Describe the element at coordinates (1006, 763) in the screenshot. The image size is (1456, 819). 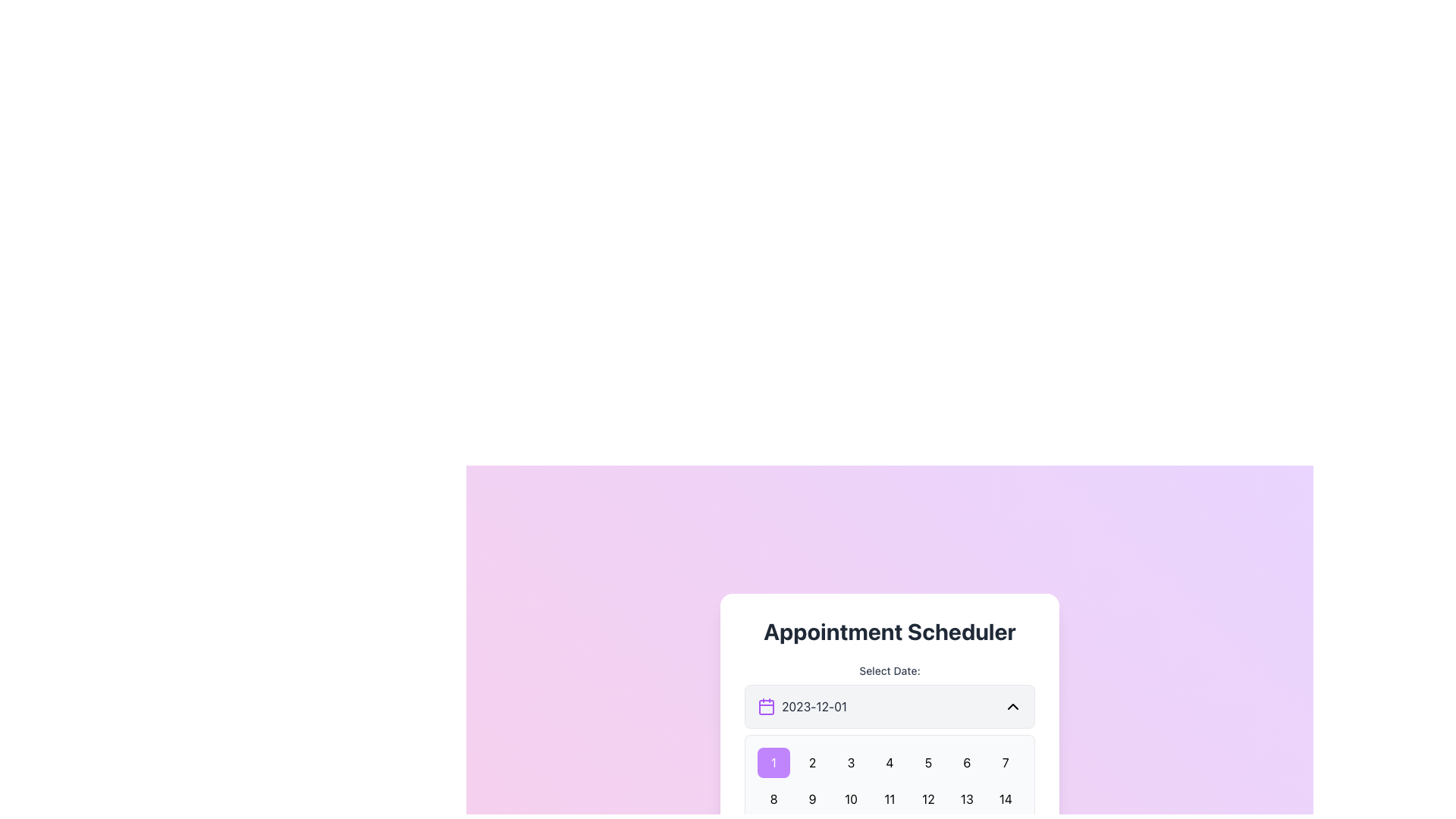
I see `the button labeled '7' in the calendar interface` at that location.